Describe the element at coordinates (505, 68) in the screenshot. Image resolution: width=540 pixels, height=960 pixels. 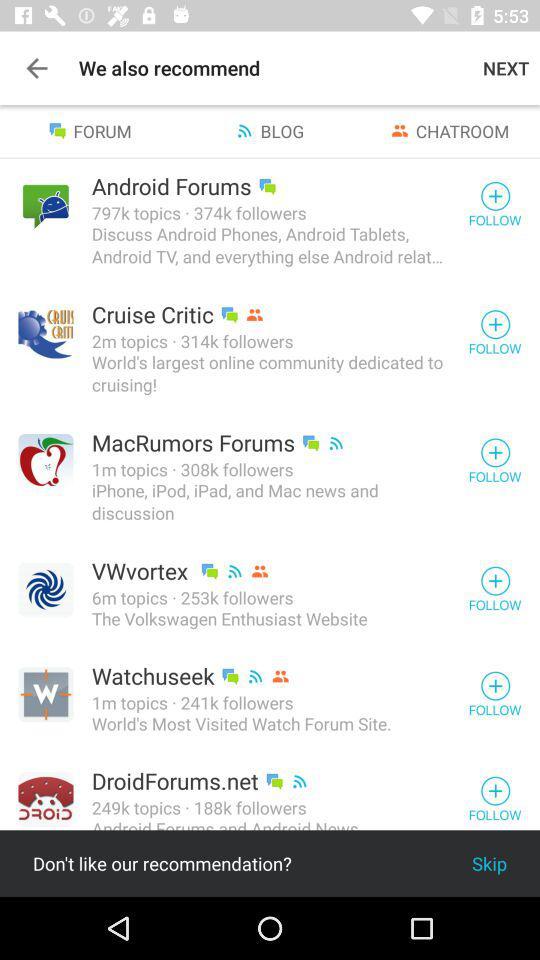
I see `the icon above chatroom item` at that location.